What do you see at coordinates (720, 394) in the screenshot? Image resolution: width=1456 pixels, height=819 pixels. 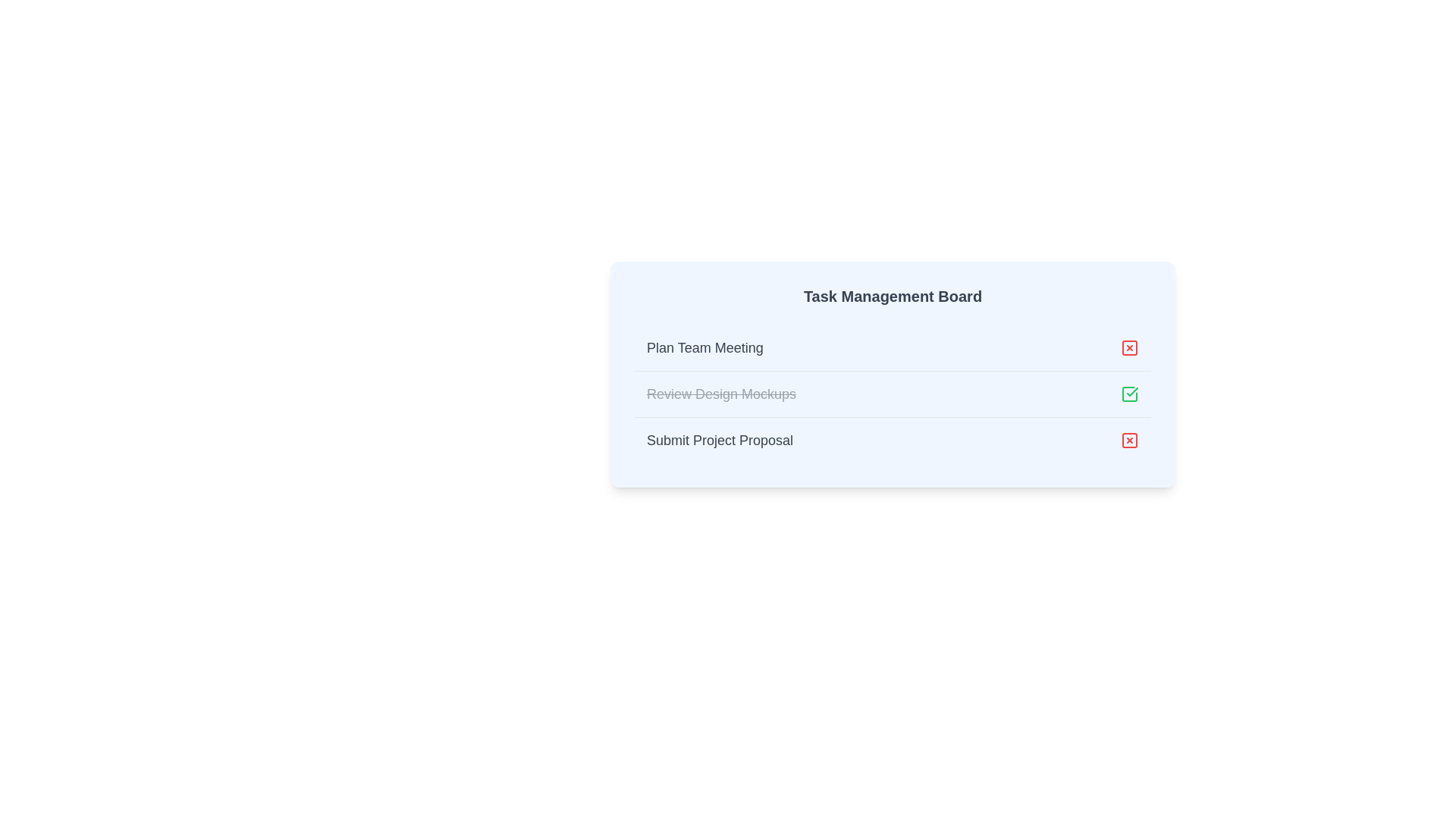 I see `the text 'Review Design Mockups' which is styled with a strike-through and light gray color, indicating it is marked as completed or inactive, located in the Task Management Board list` at bounding box center [720, 394].